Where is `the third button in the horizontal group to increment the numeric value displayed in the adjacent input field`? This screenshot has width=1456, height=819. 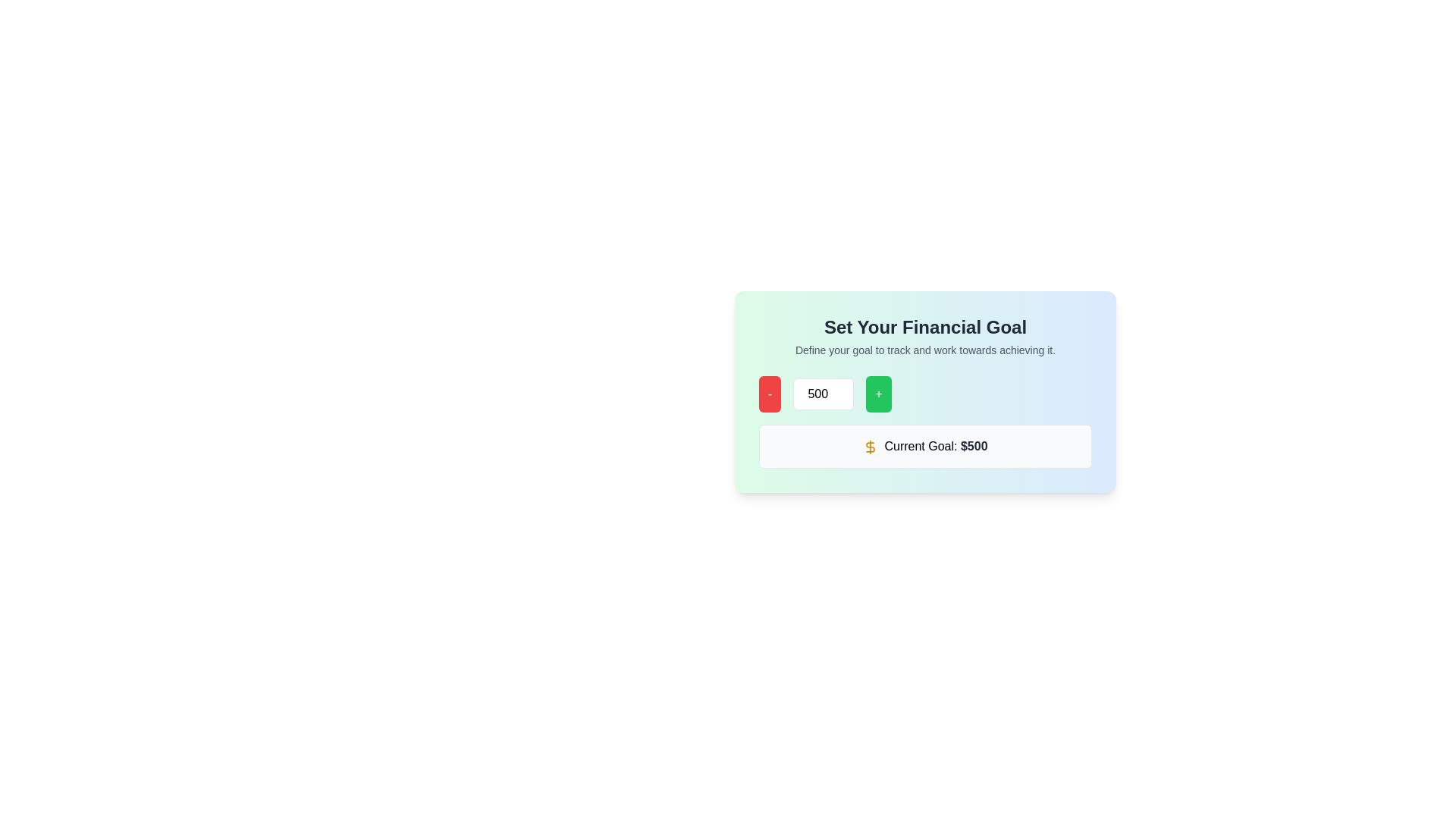 the third button in the horizontal group to increment the numeric value displayed in the adjacent input field is located at coordinates (878, 394).